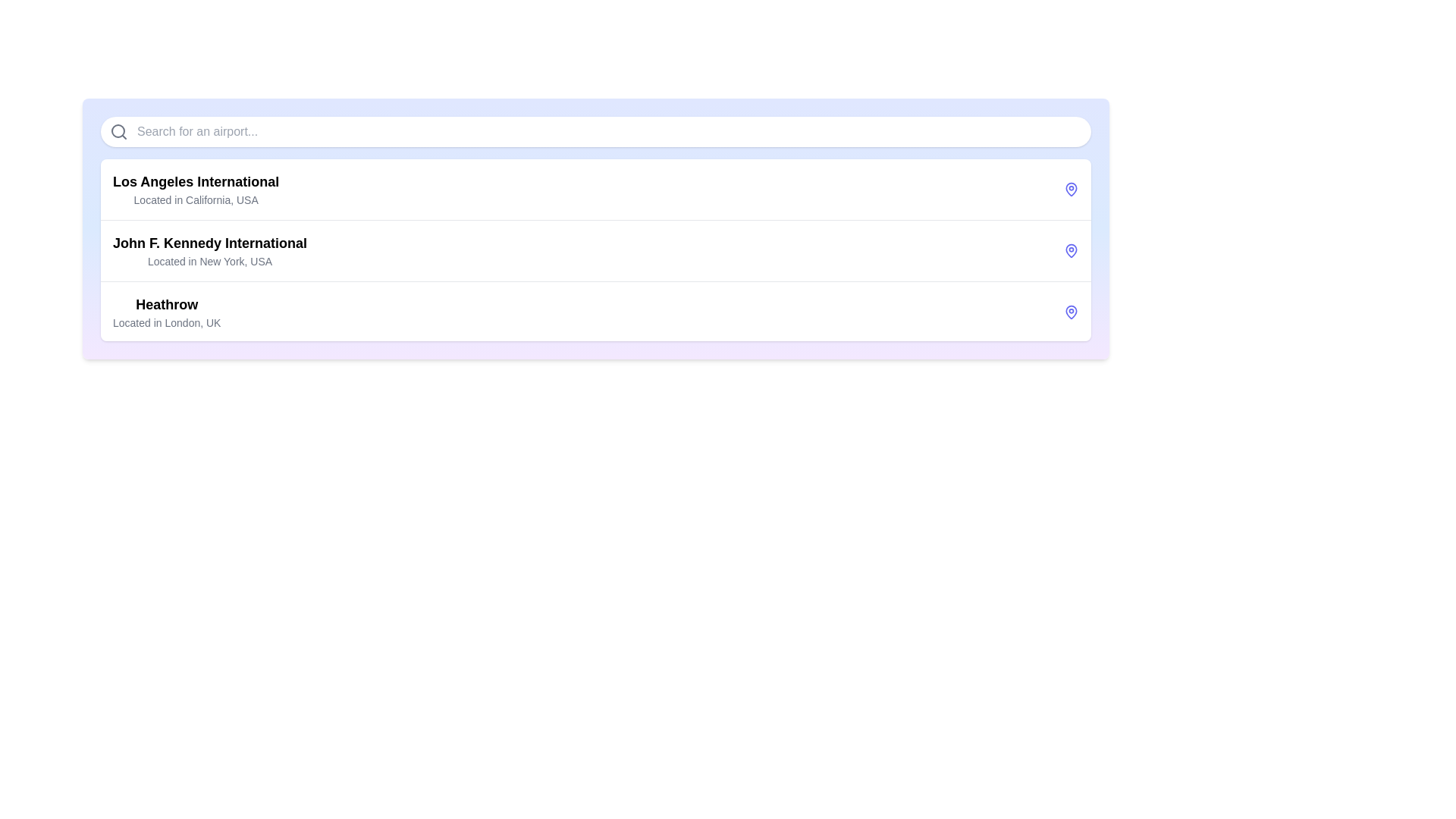 Image resolution: width=1456 pixels, height=819 pixels. Describe the element at coordinates (1070, 250) in the screenshot. I see `the indigo blue map pin icon located to the far right of the 'John F. Kennedy International' listing` at that location.